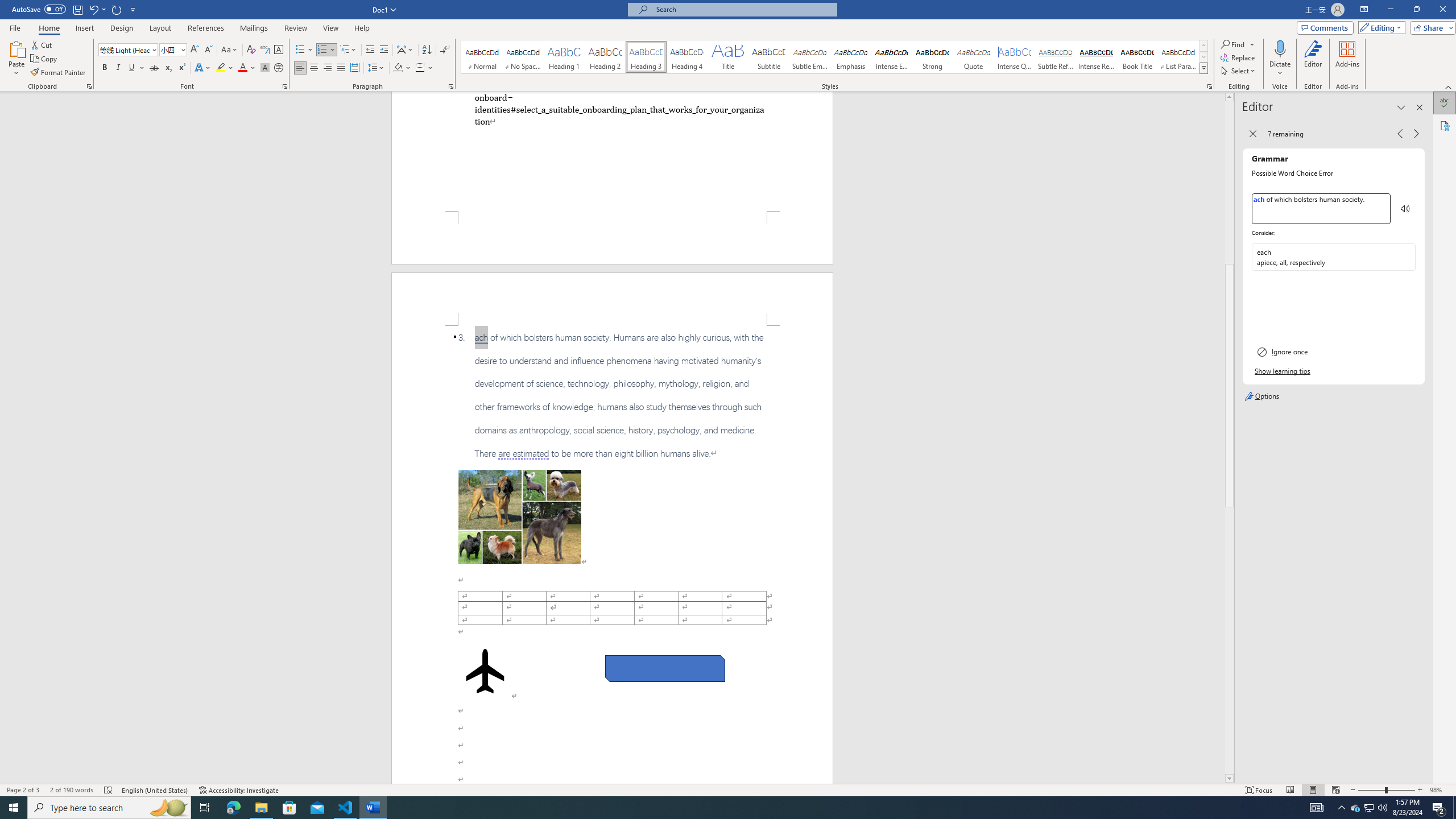 This screenshot has height=819, width=1456. I want to click on 'Heading 4', so click(686, 56).